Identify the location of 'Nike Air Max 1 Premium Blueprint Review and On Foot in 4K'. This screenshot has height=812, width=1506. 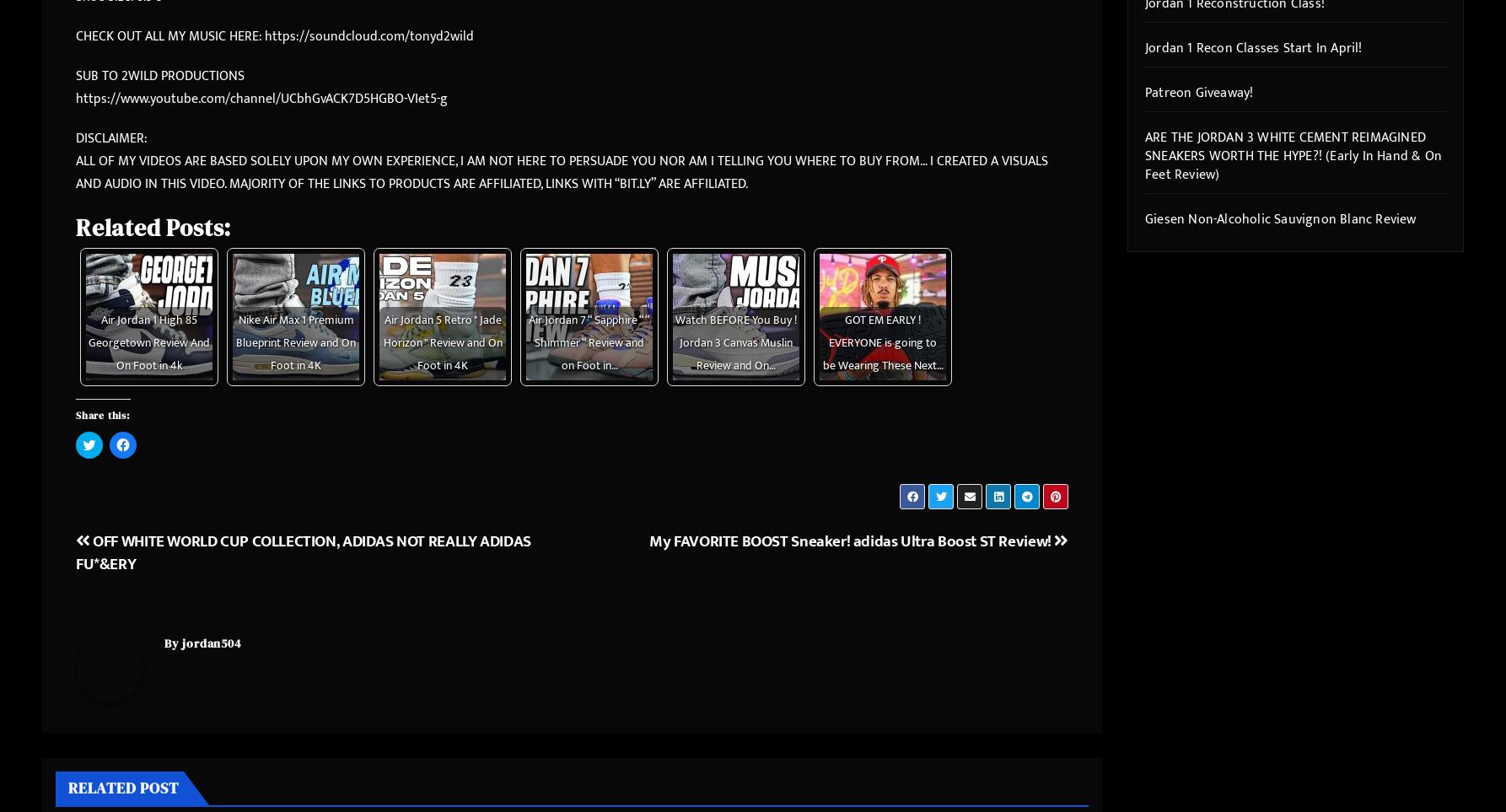
(295, 342).